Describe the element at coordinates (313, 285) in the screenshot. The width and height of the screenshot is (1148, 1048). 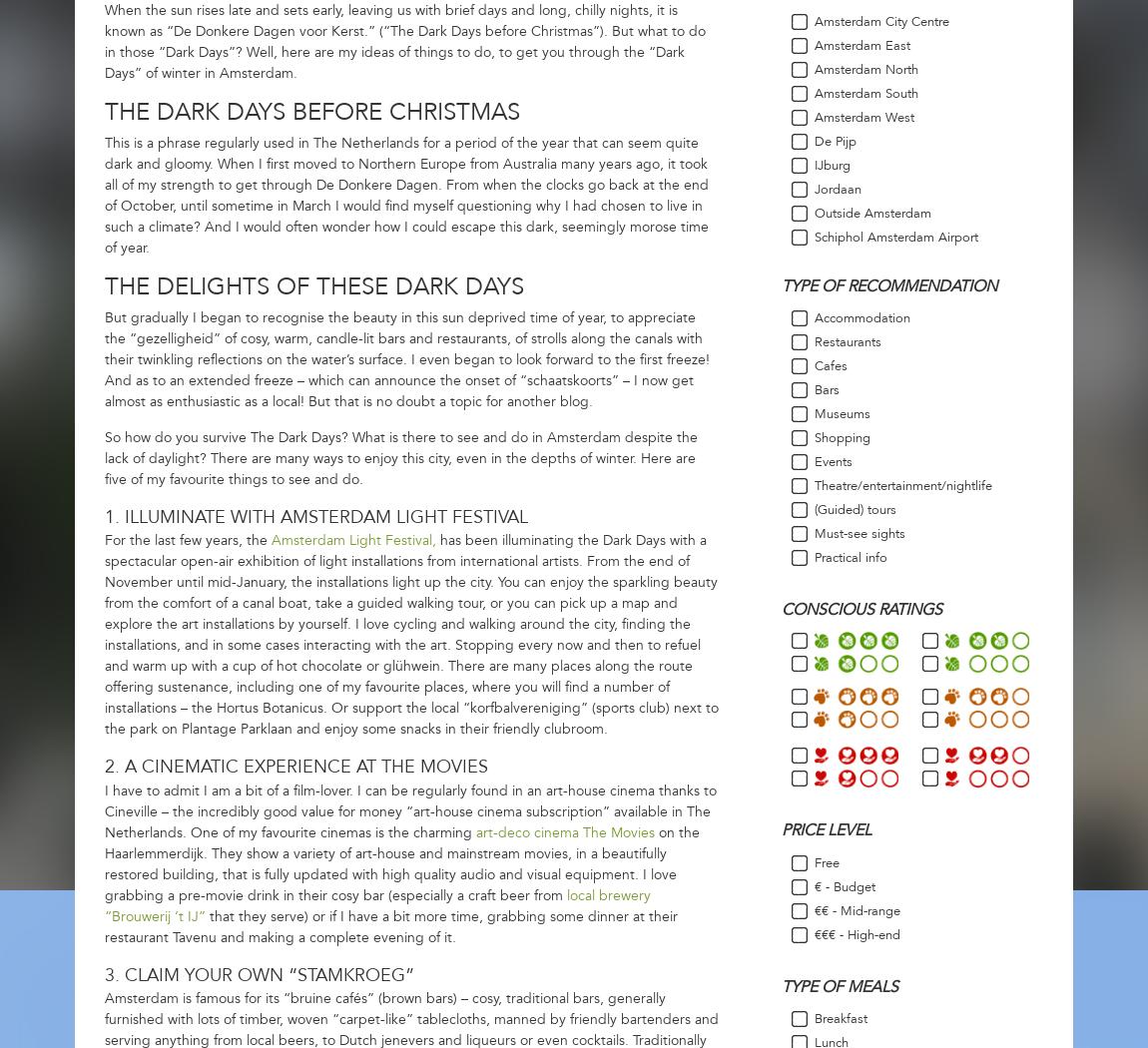
I see `'The delights of these Dark Days'` at that location.